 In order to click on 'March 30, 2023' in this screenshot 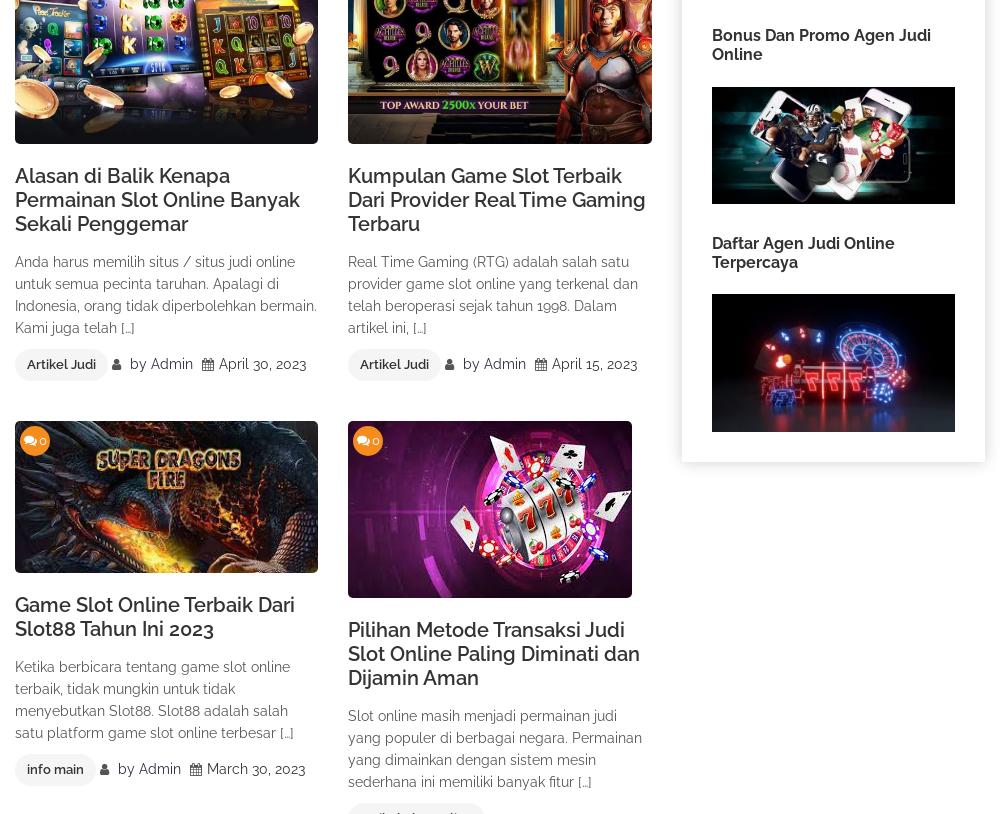, I will do `click(256, 768)`.